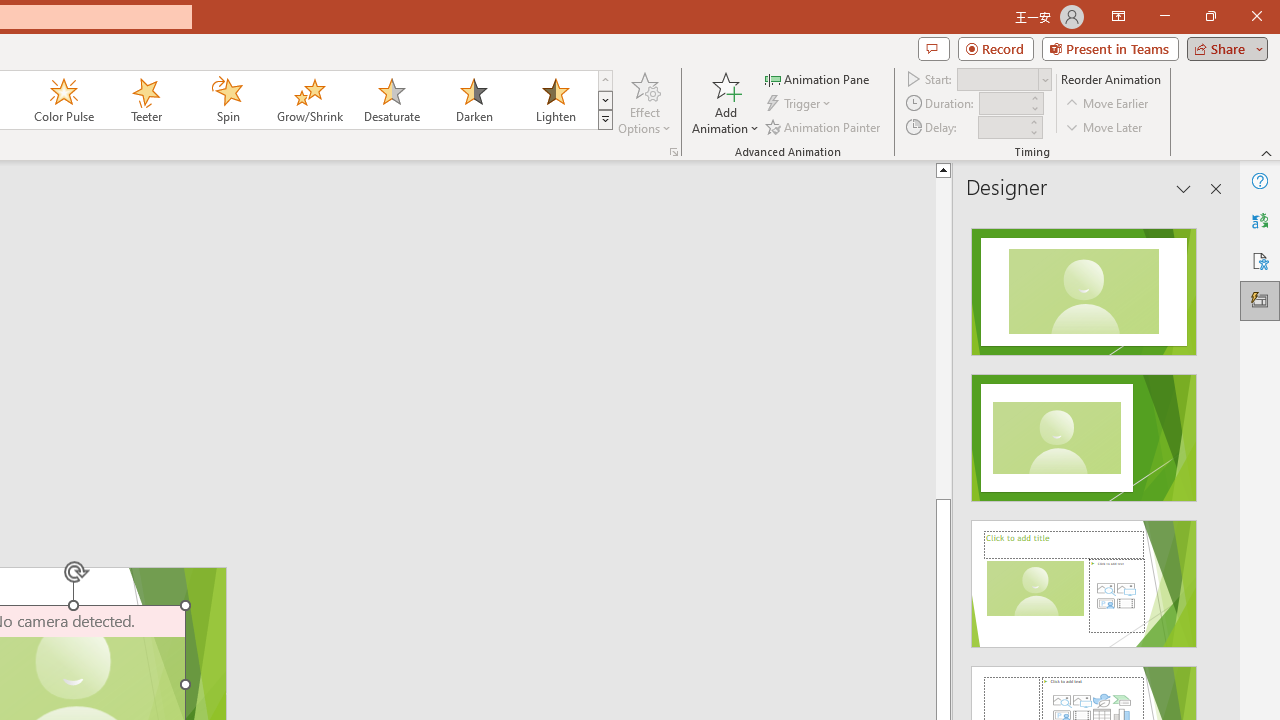 The image size is (1280, 720). I want to click on 'Animation Pane', so click(818, 78).